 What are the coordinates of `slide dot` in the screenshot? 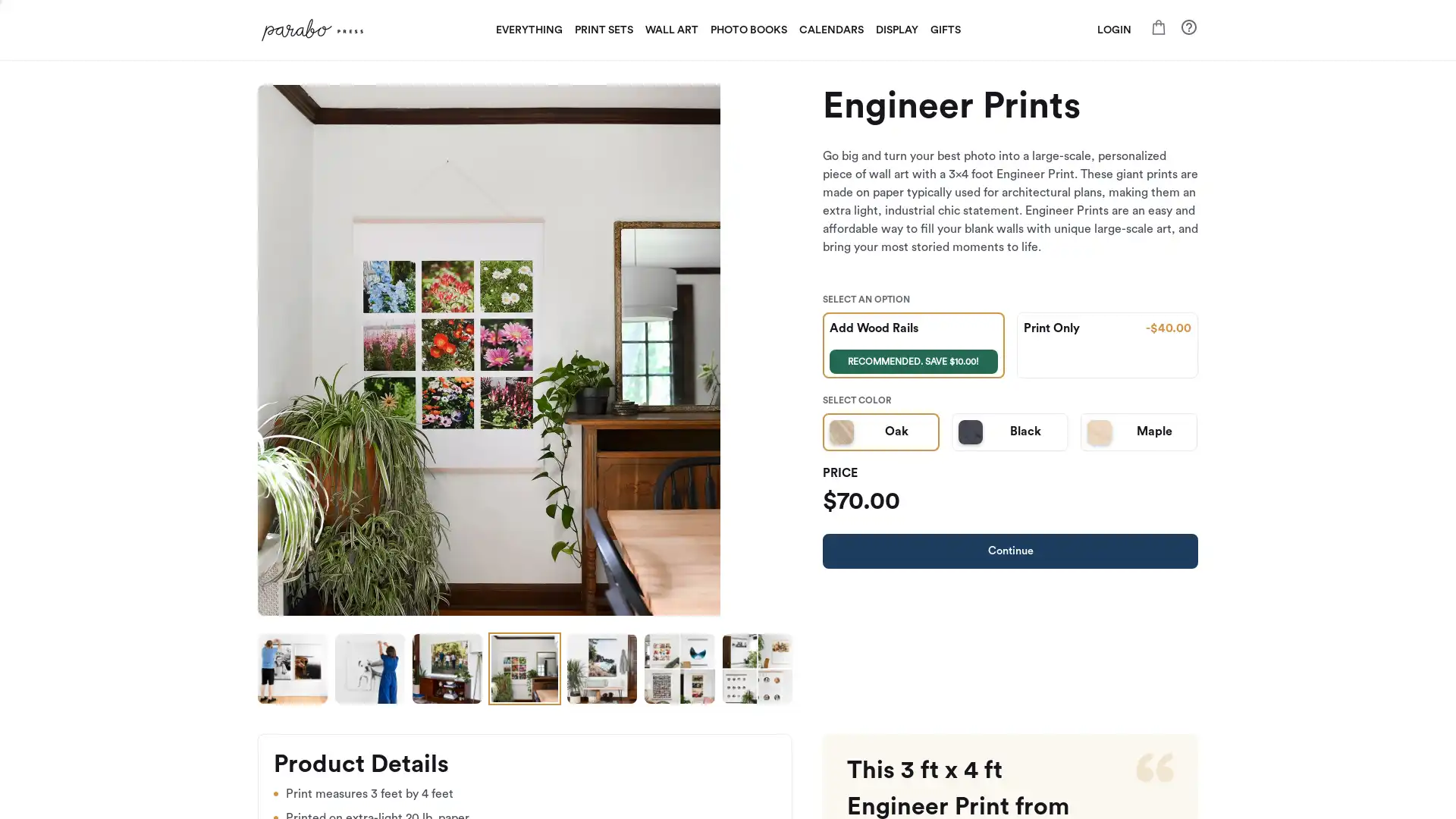 It's located at (447, 668).